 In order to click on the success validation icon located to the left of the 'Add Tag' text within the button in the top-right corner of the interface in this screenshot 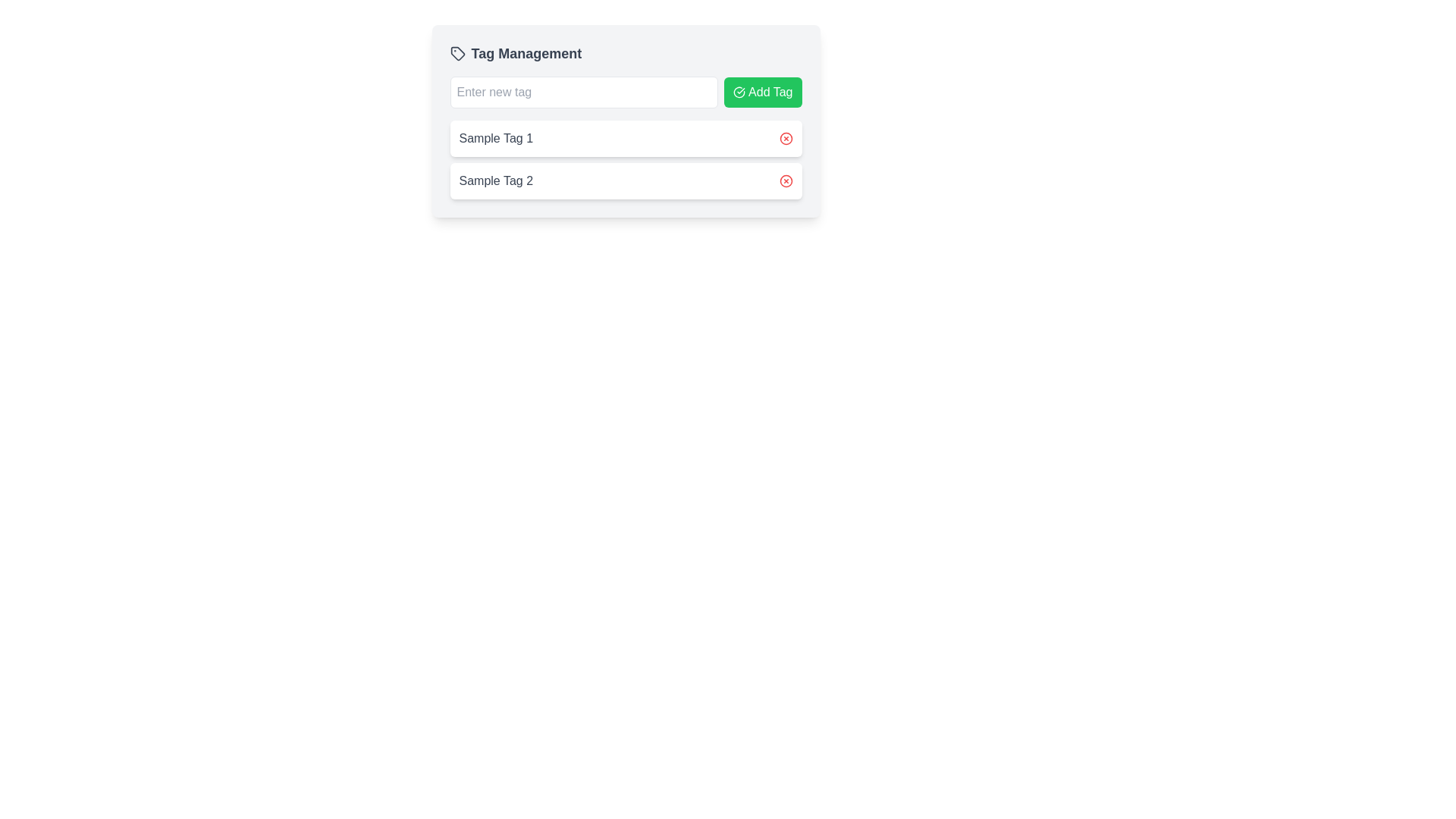, I will do `click(739, 93)`.